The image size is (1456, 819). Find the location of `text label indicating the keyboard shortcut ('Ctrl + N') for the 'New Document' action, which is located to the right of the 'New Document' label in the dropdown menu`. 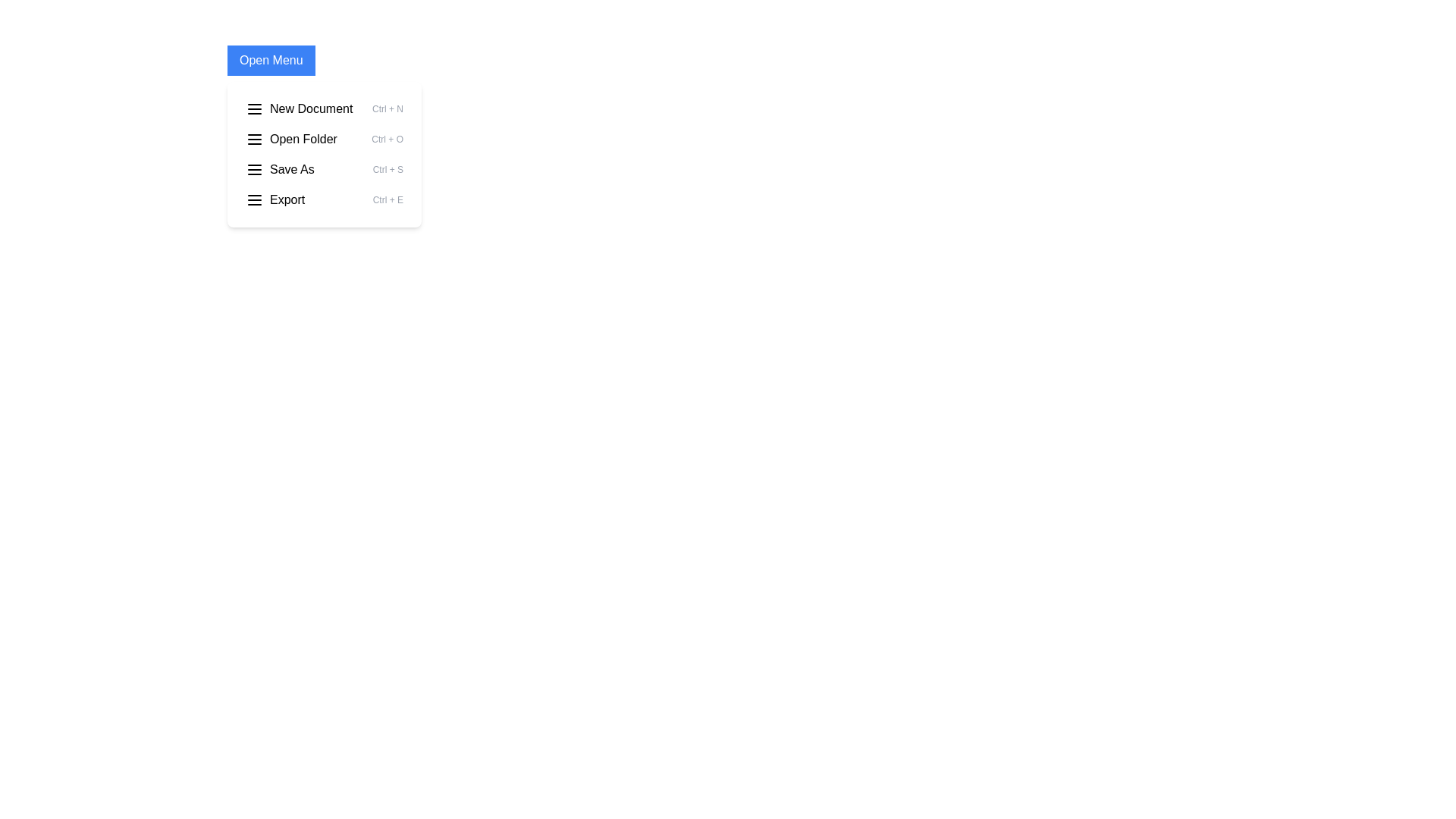

text label indicating the keyboard shortcut ('Ctrl + N') for the 'New Document' action, which is located to the right of the 'New Document' label in the dropdown menu is located at coordinates (388, 108).